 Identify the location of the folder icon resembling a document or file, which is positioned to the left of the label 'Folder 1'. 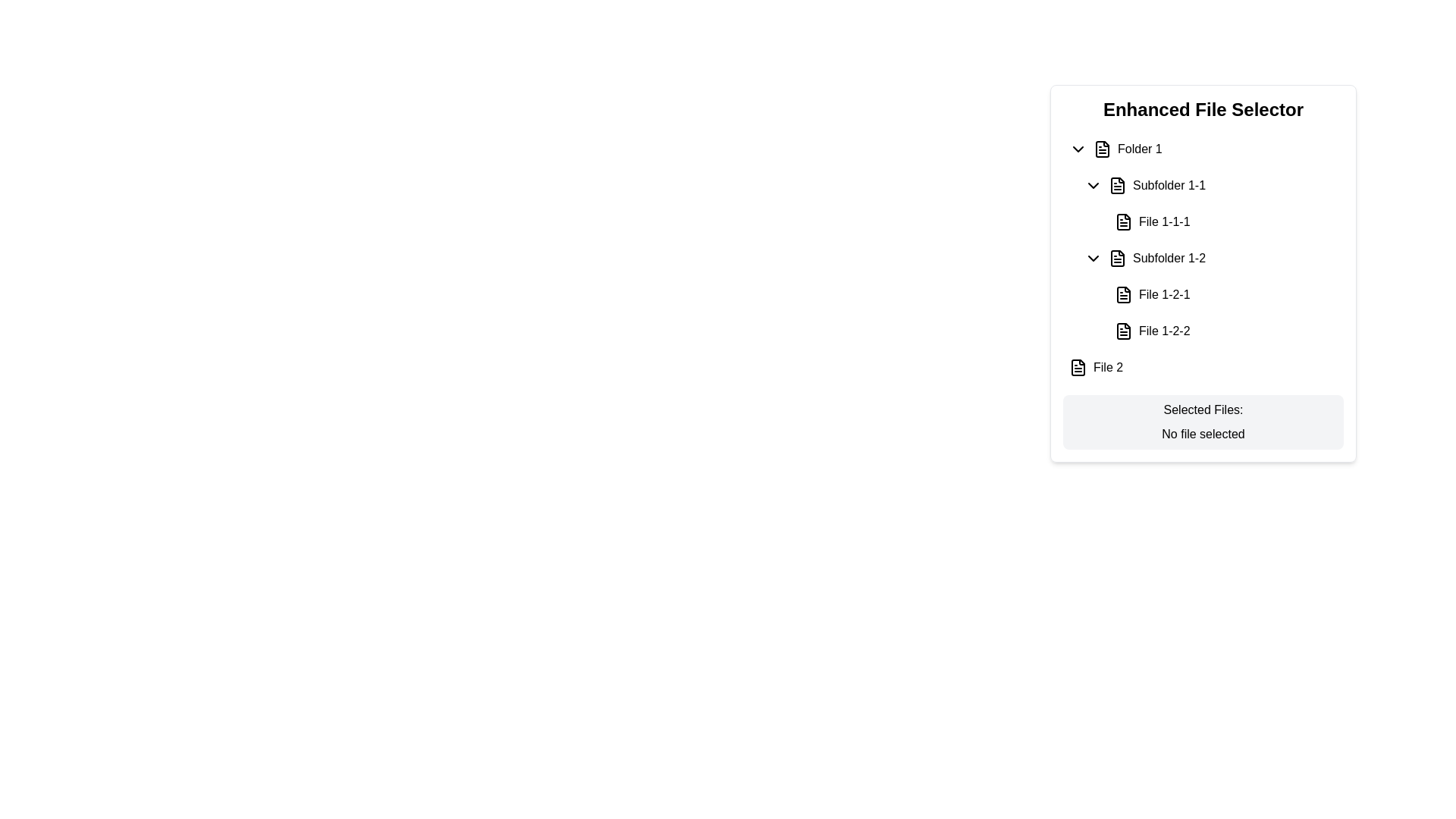
(1103, 149).